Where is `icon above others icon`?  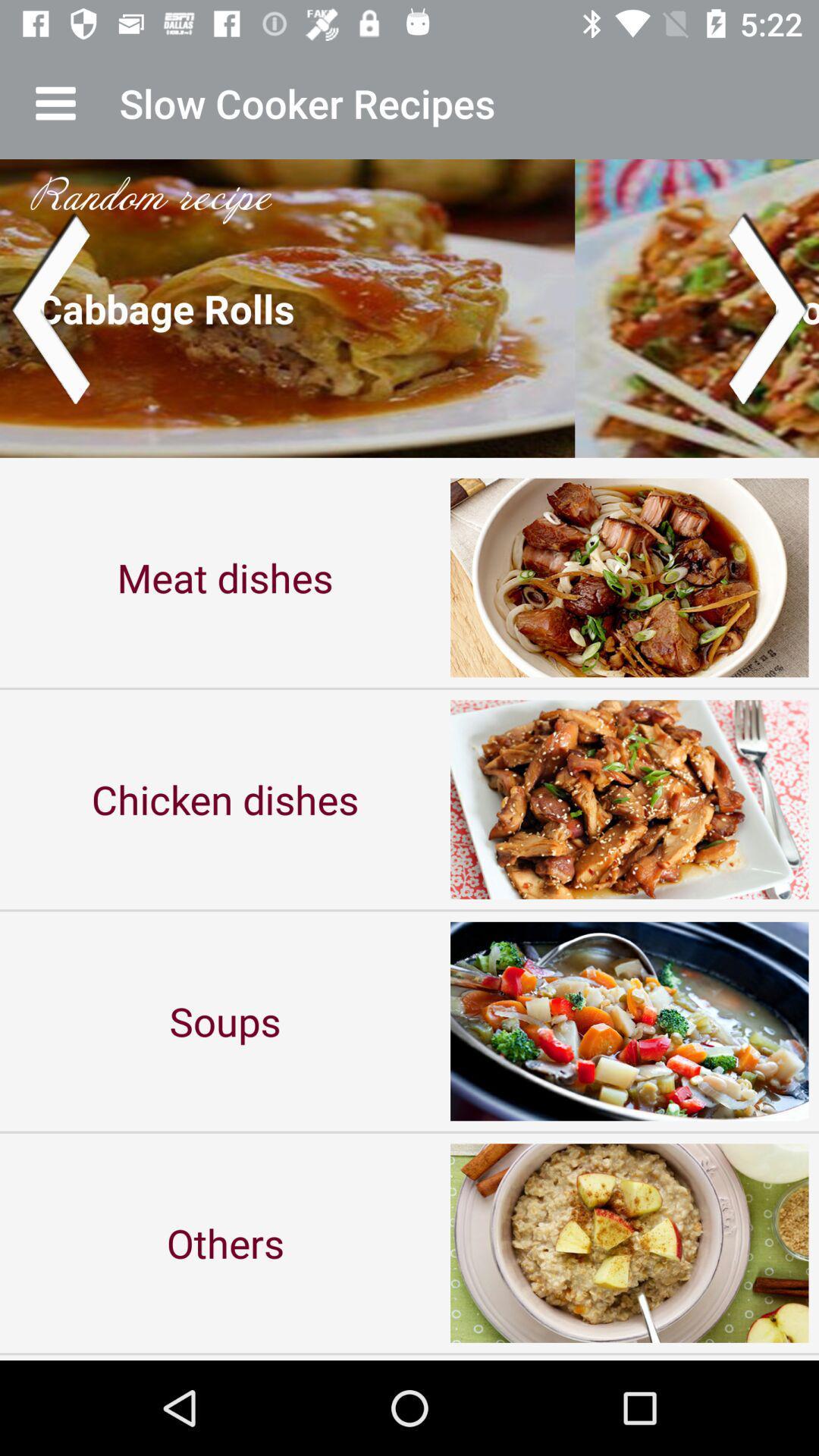
icon above others icon is located at coordinates (225, 1021).